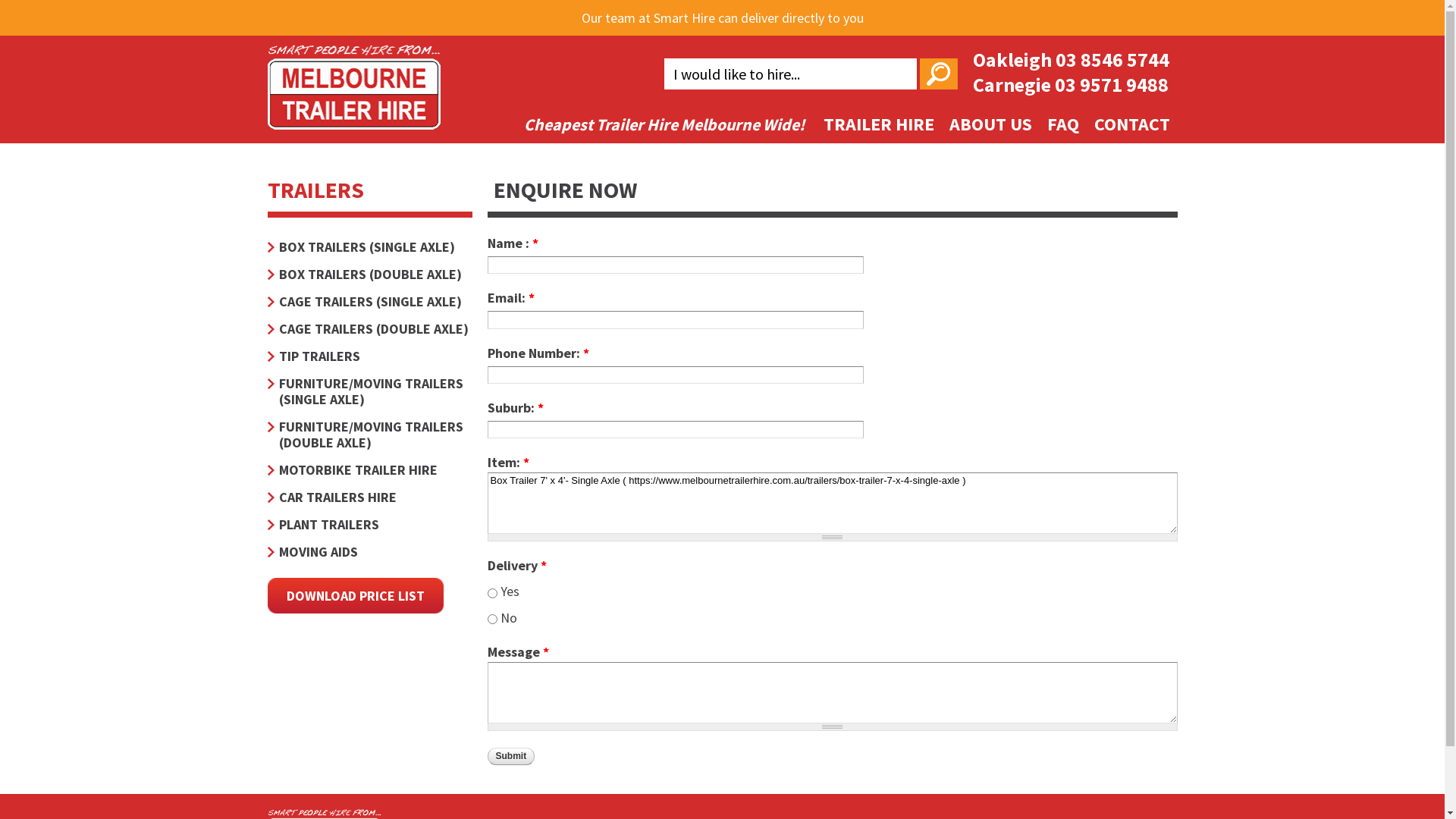  What do you see at coordinates (369, 435) in the screenshot?
I see `'FURNITURE/MOVING TRAILERS (DOUBLE AXLE)'` at bounding box center [369, 435].